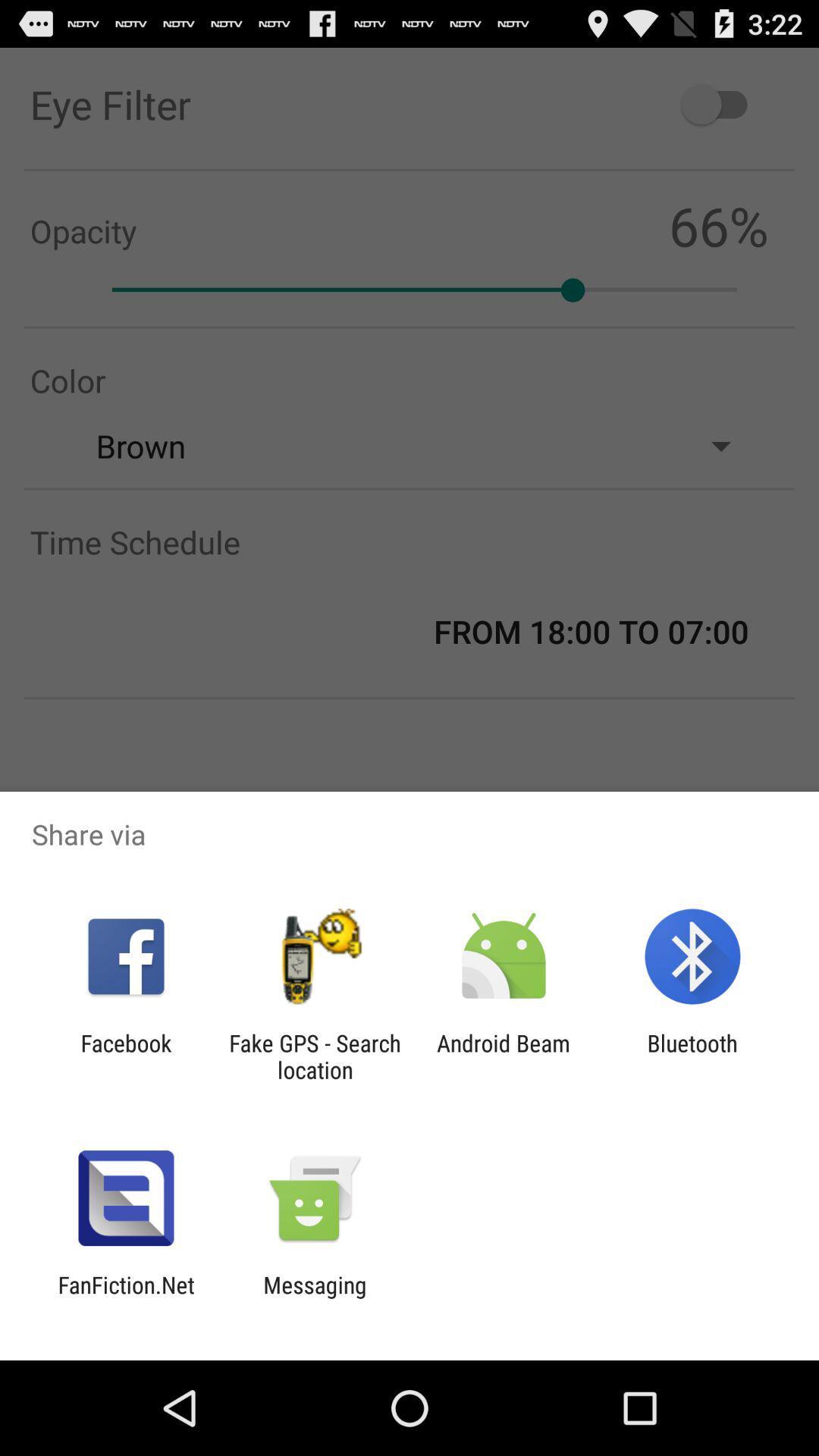 This screenshot has width=819, height=1456. Describe the element at coordinates (314, 1298) in the screenshot. I see `the item to the right of the fanfiction.net` at that location.